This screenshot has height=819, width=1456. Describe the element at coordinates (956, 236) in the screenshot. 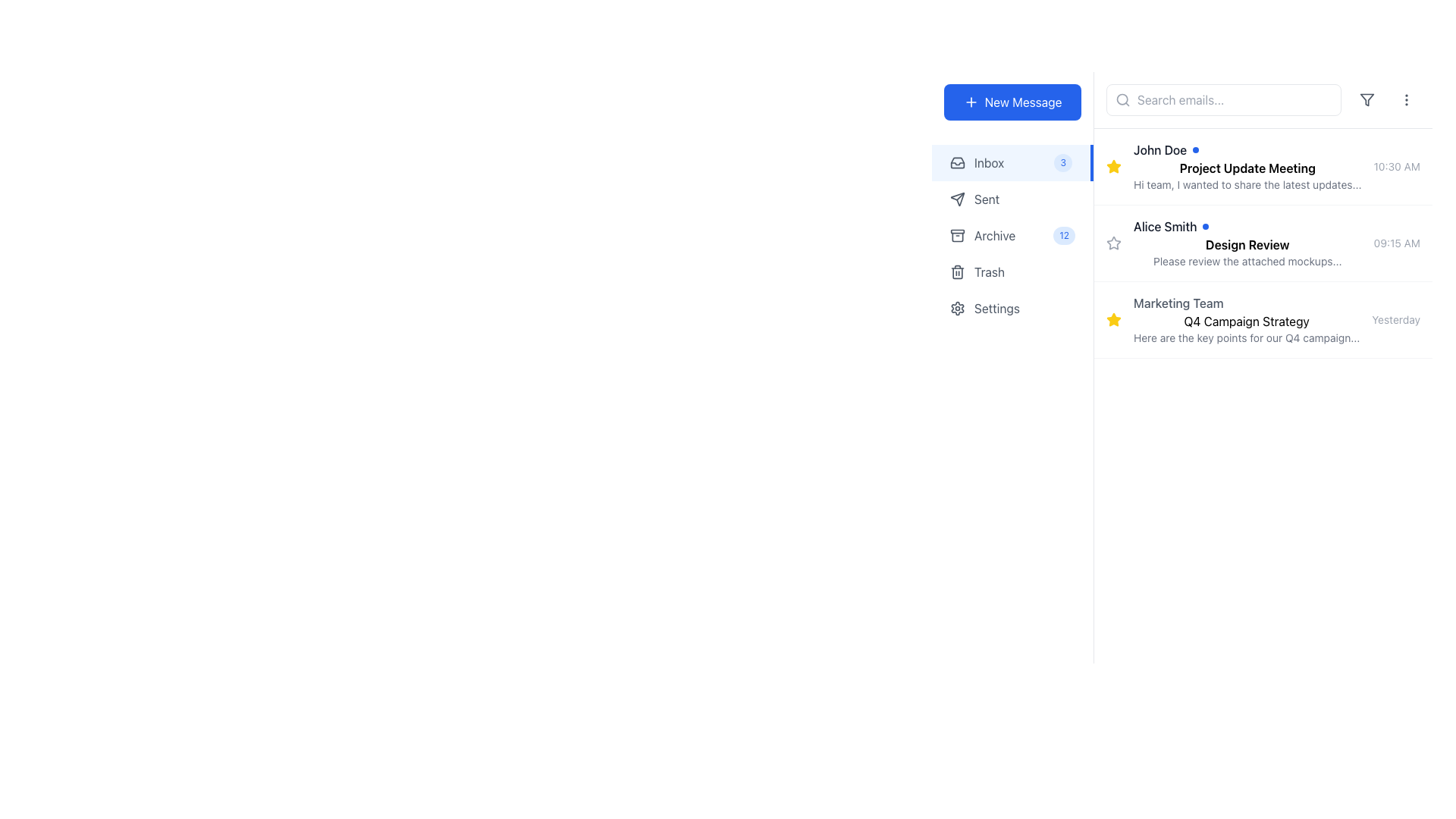

I see `the 'Archive' icon located on the left sidebar, which is positioned directly to the left of the 'Archive' label and above the numeric label '12'` at that location.